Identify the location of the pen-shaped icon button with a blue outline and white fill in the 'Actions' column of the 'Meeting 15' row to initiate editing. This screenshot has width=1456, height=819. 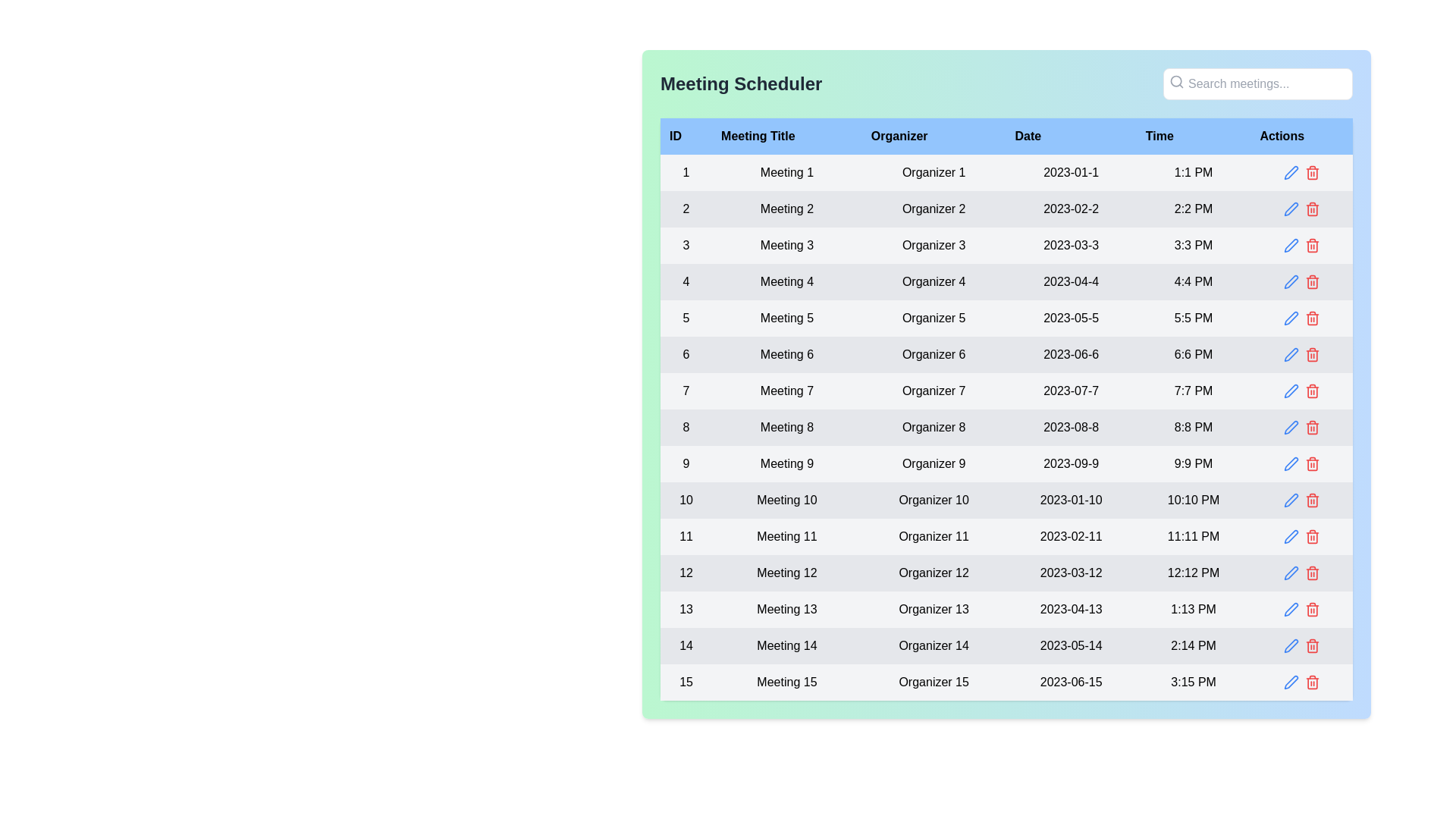
(1290, 681).